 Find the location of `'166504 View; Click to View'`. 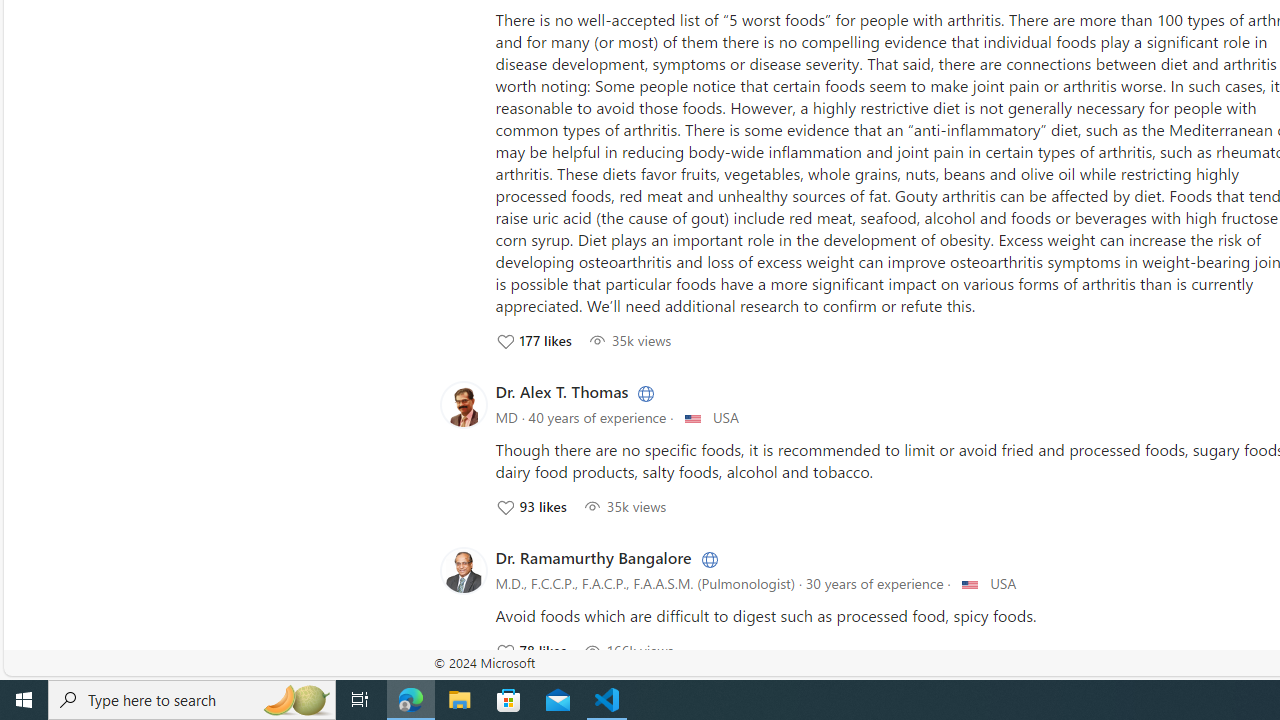

'166504 View; Click to View' is located at coordinates (627, 650).